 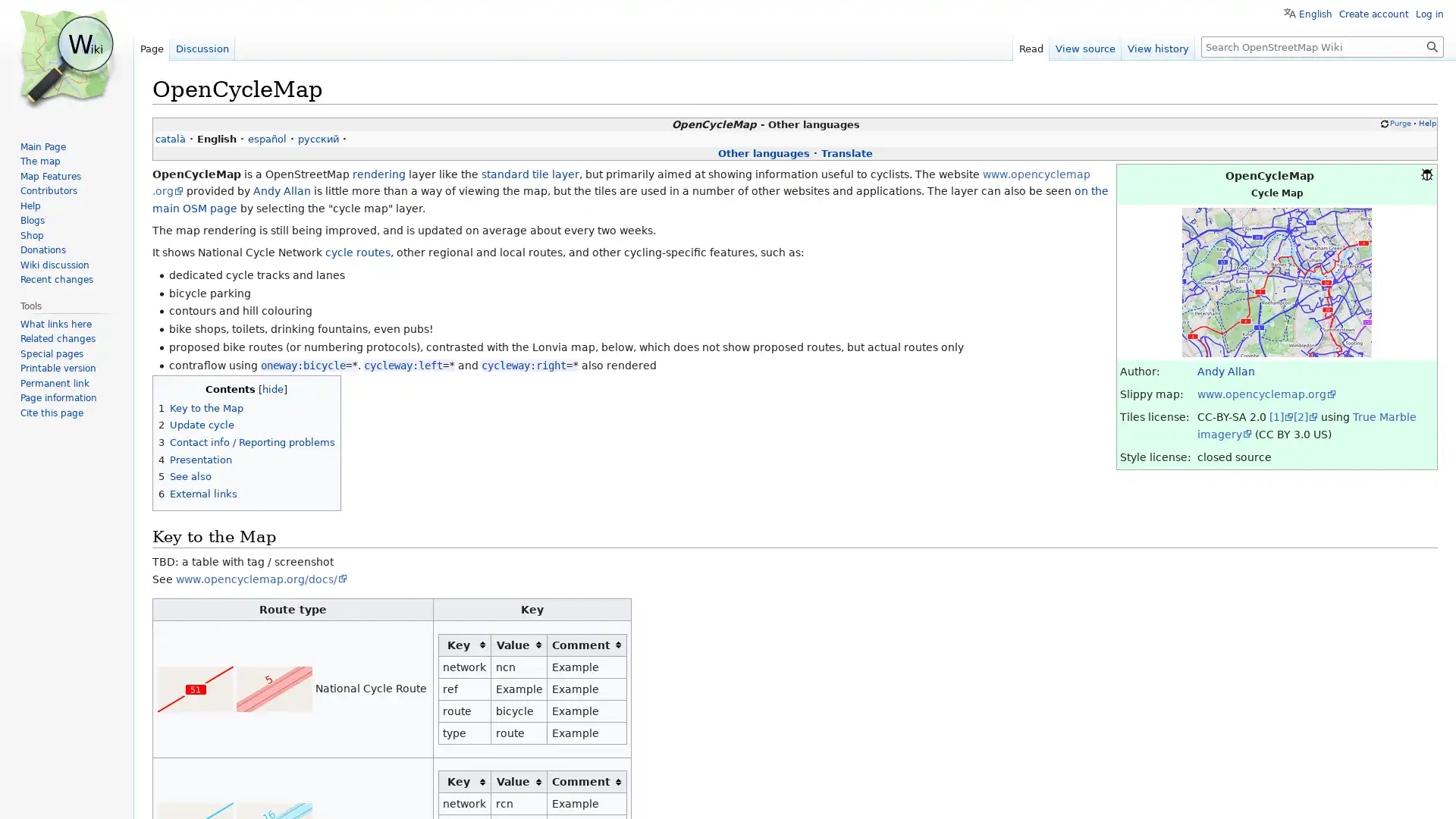 I want to click on Go, so click(x=1432, y=45).